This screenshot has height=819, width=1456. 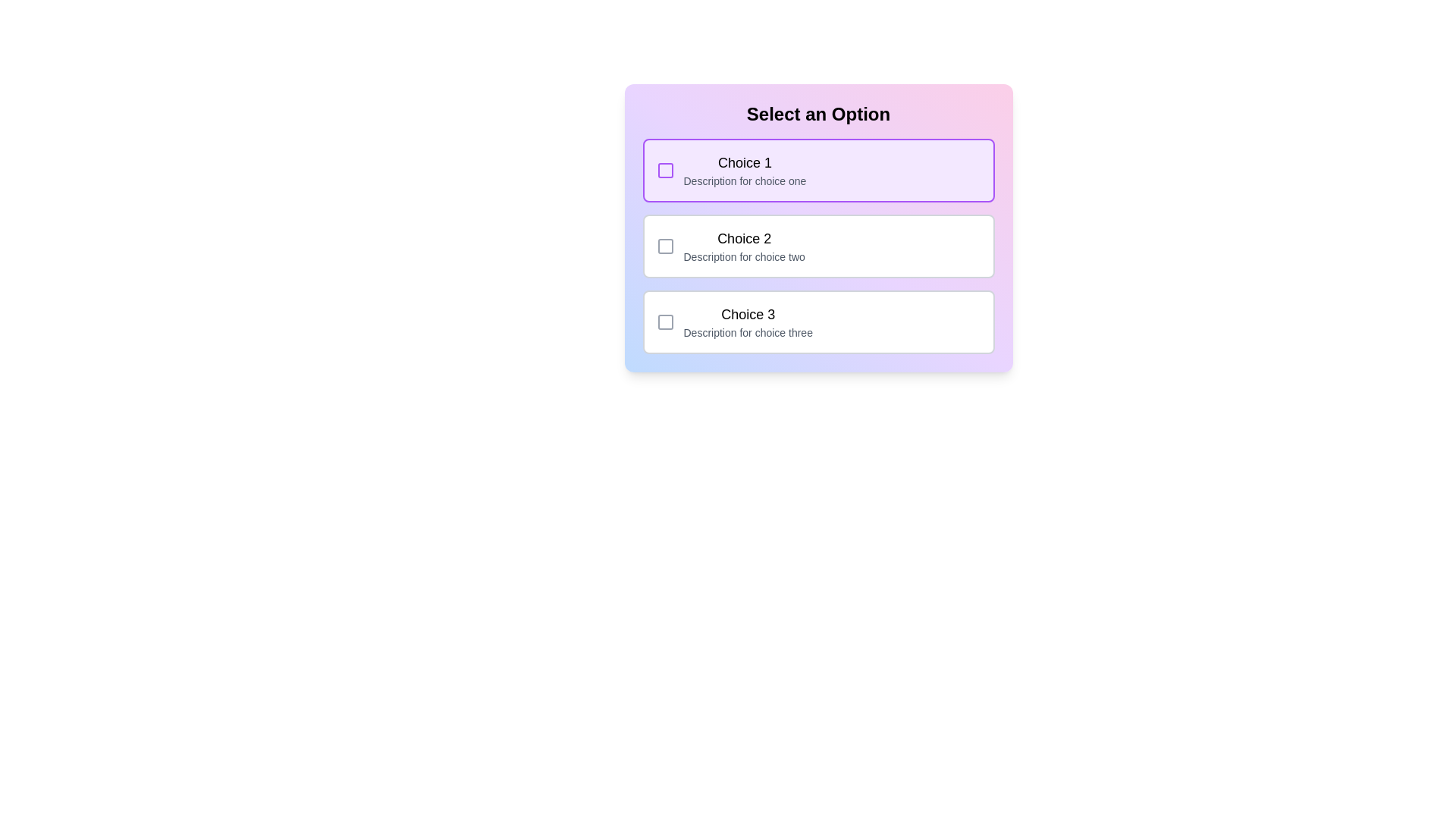 What do you see at coordinates (744, 256) in the screenshot?
I see `the text label stating 'Description for choice two', which is positioned below the bold label 'Choice 2' and to the right of its corresponding checkbox` at bounding box center [744, 256].